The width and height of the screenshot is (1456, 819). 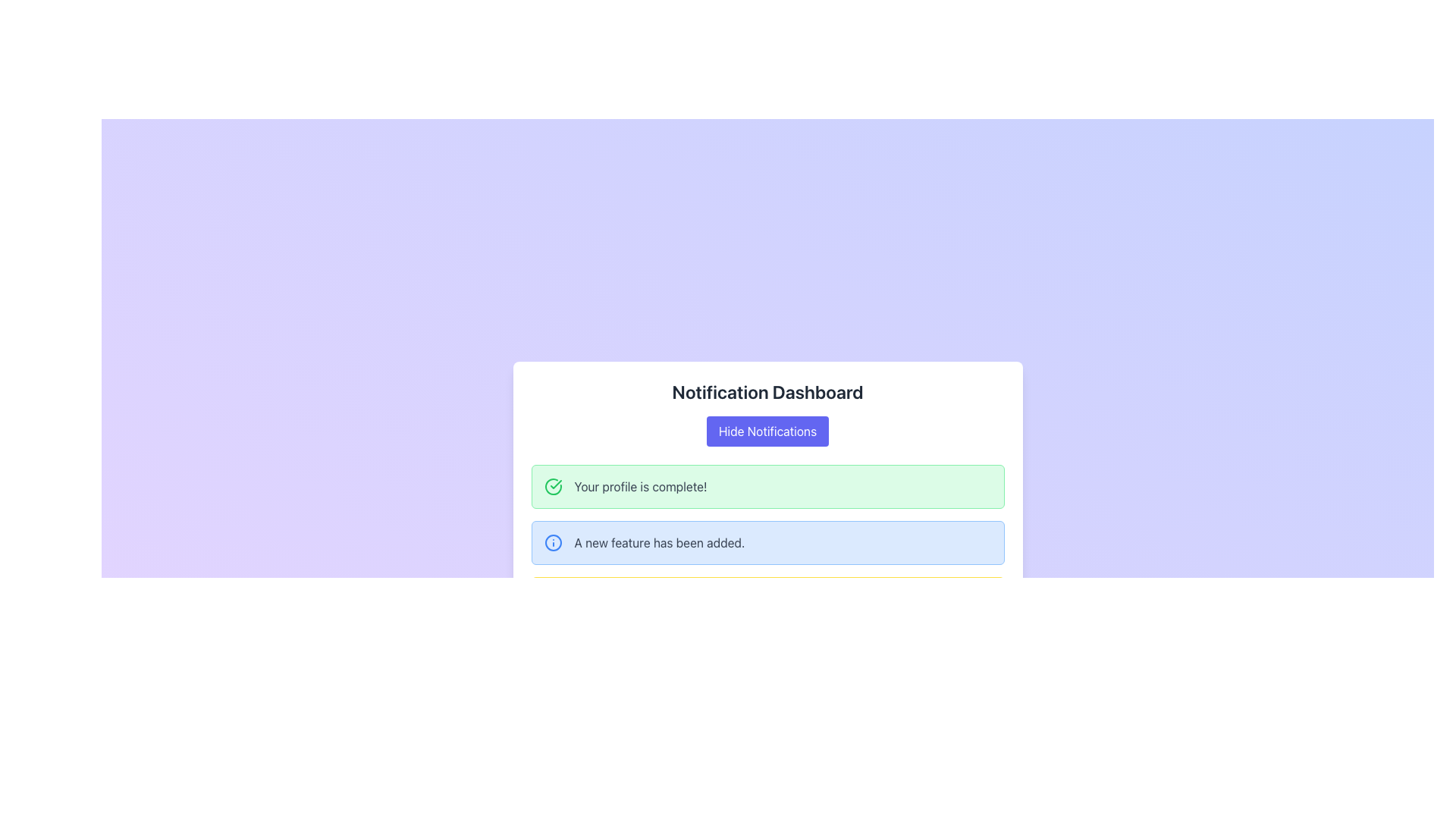 What do you see at coordinates (555, 485) in the screenshot?
I see `the success notification icon located in the top notification message area, which indicates a completed action` at bounding box center [555, 485].